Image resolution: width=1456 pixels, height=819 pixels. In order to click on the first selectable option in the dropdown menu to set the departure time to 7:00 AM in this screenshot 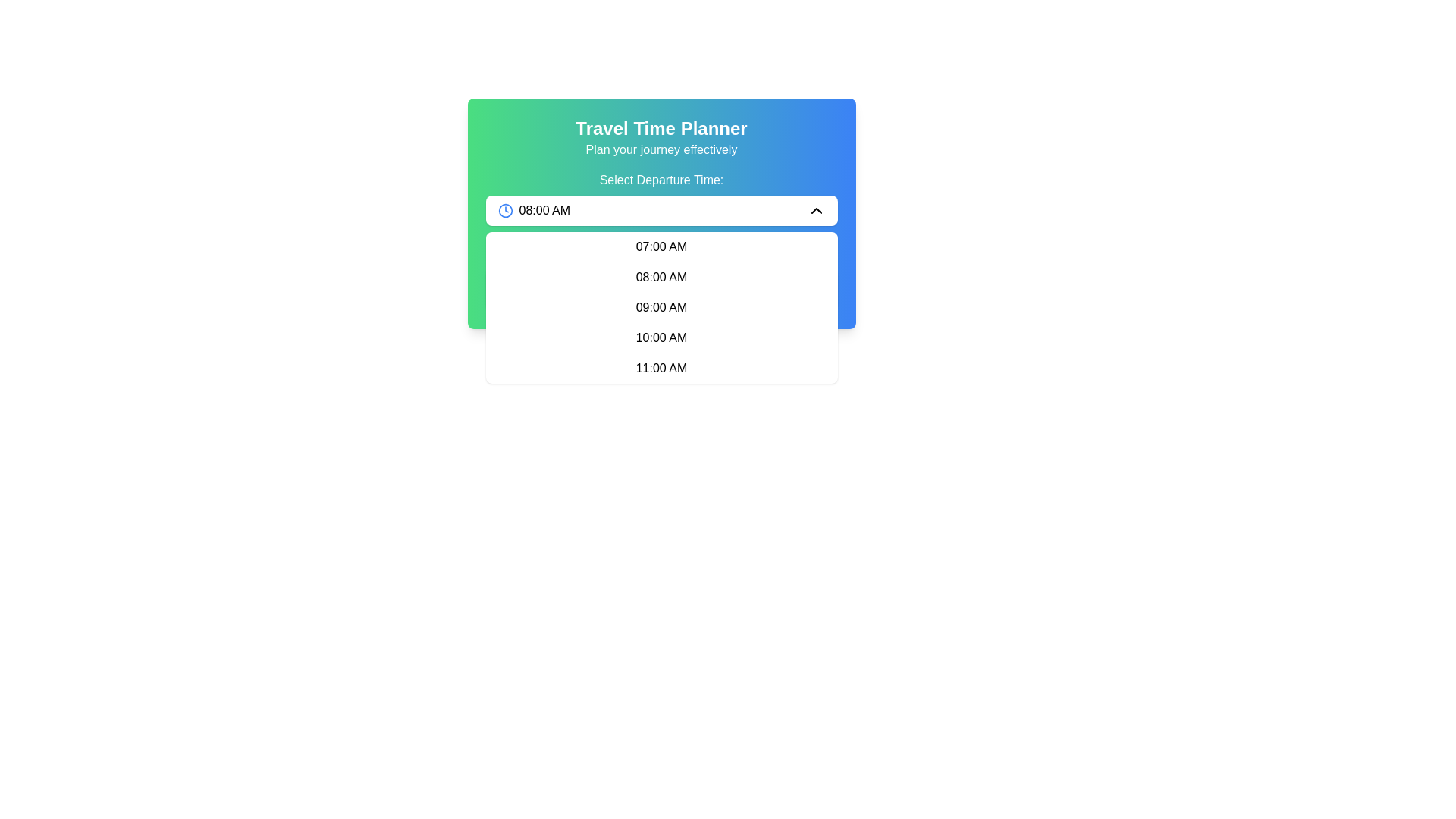, I will do `click(661, 246)`.